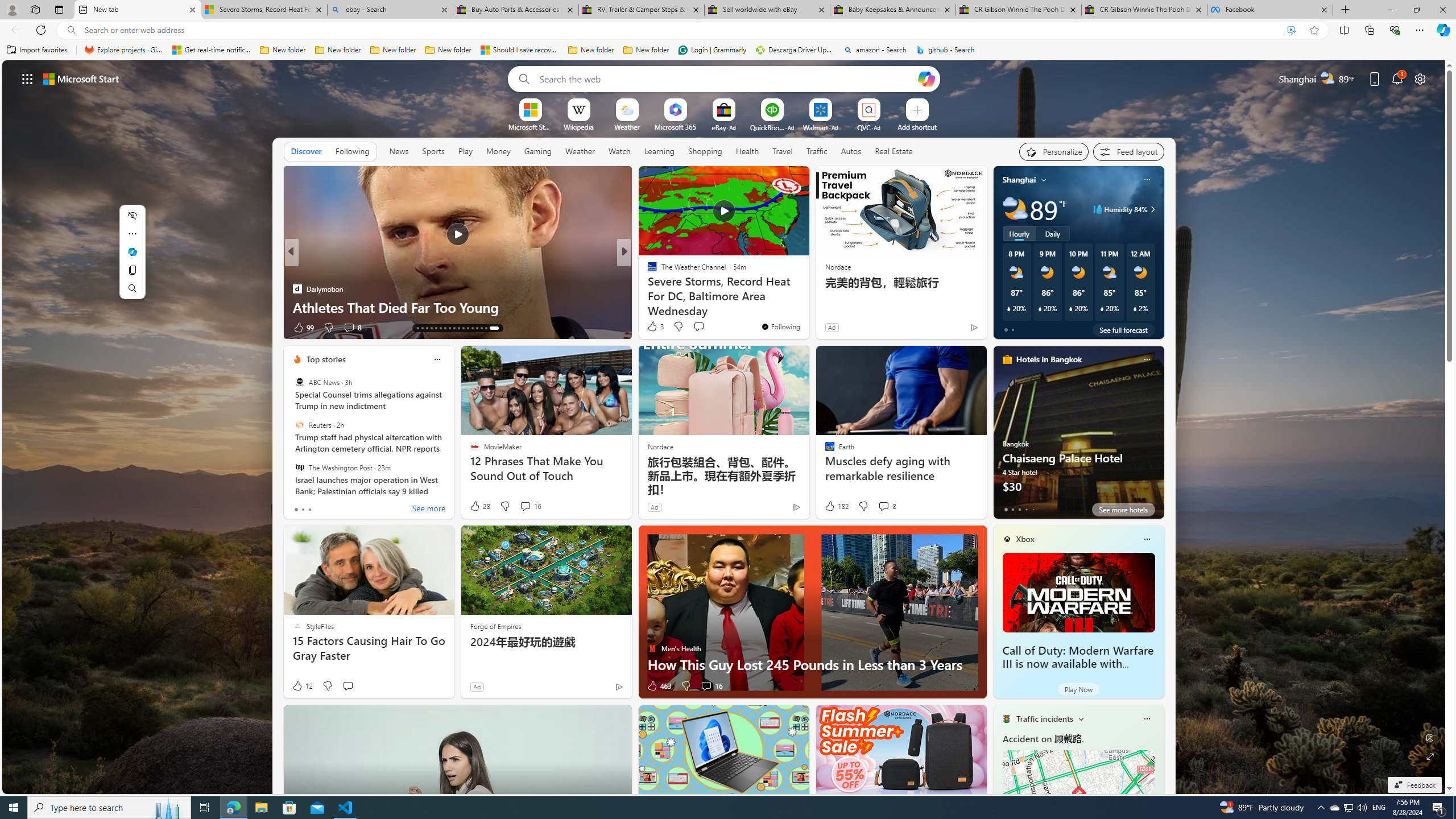 This screenshot has width=1456, height=819. I want to click on 'New folder', so click(646, 49).